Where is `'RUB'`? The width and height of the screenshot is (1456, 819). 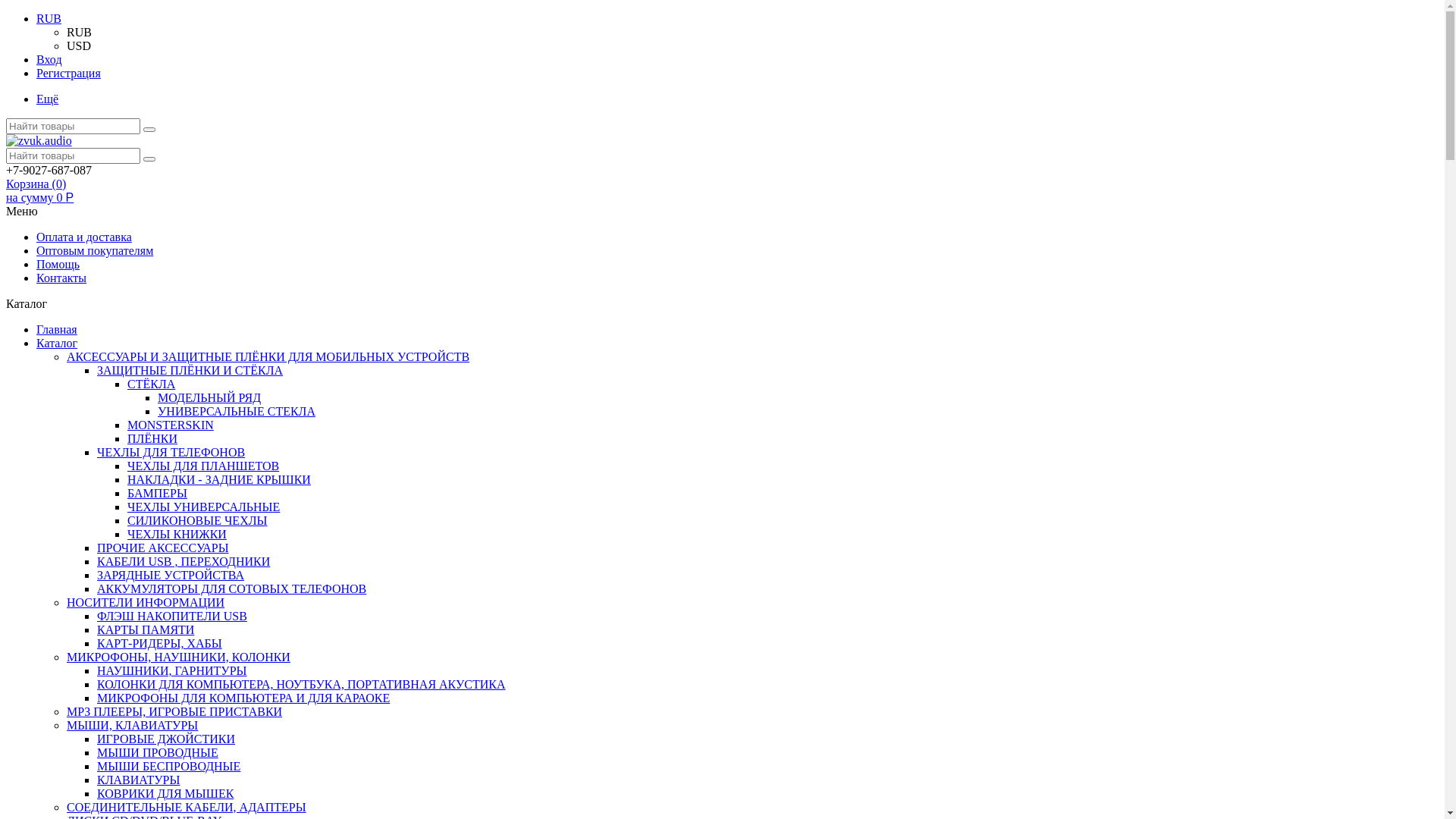 'RUB' is located at coordinates (49, 18).